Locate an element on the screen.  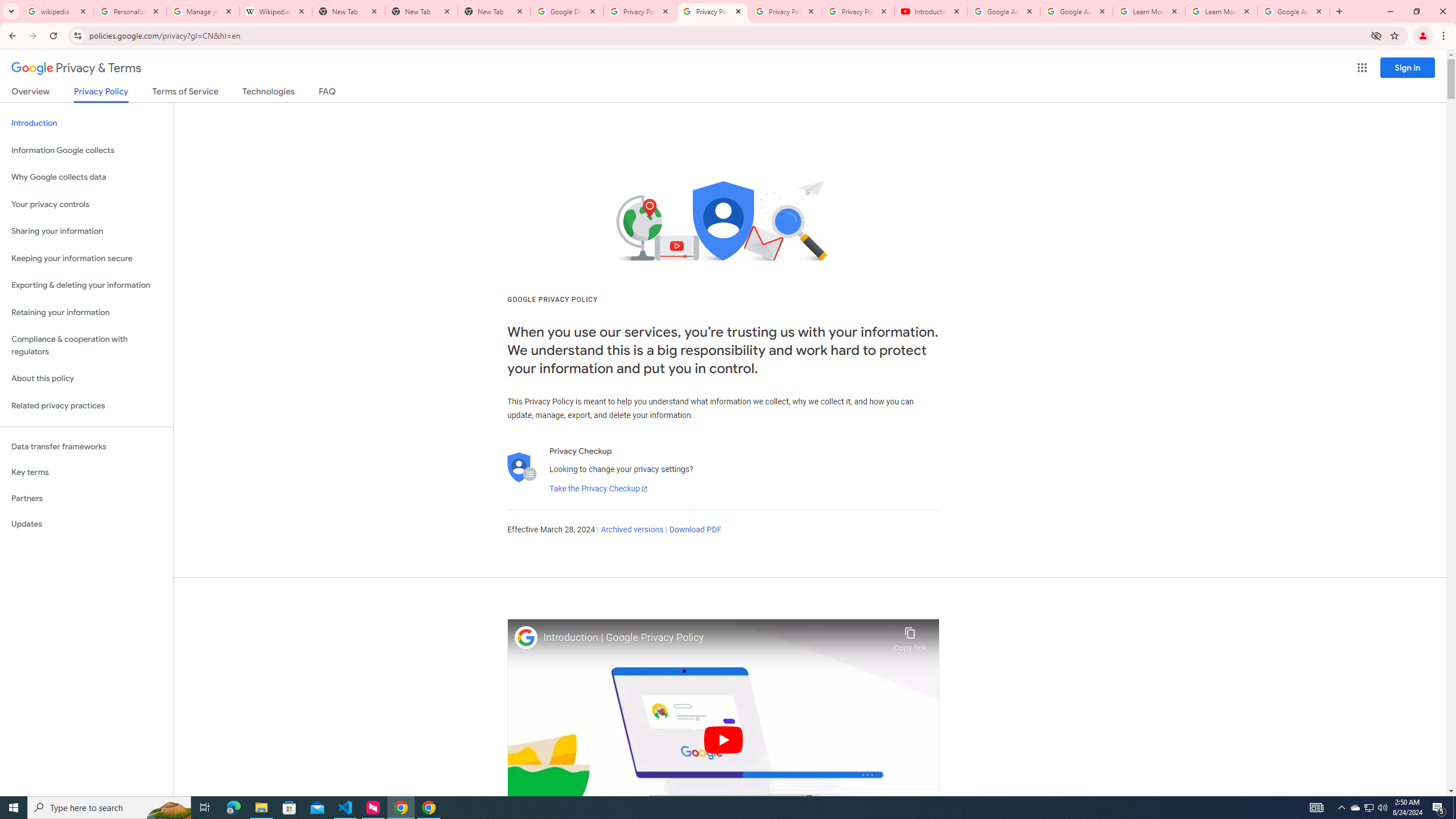
'Introduction' is located at coordinates (86, 122).